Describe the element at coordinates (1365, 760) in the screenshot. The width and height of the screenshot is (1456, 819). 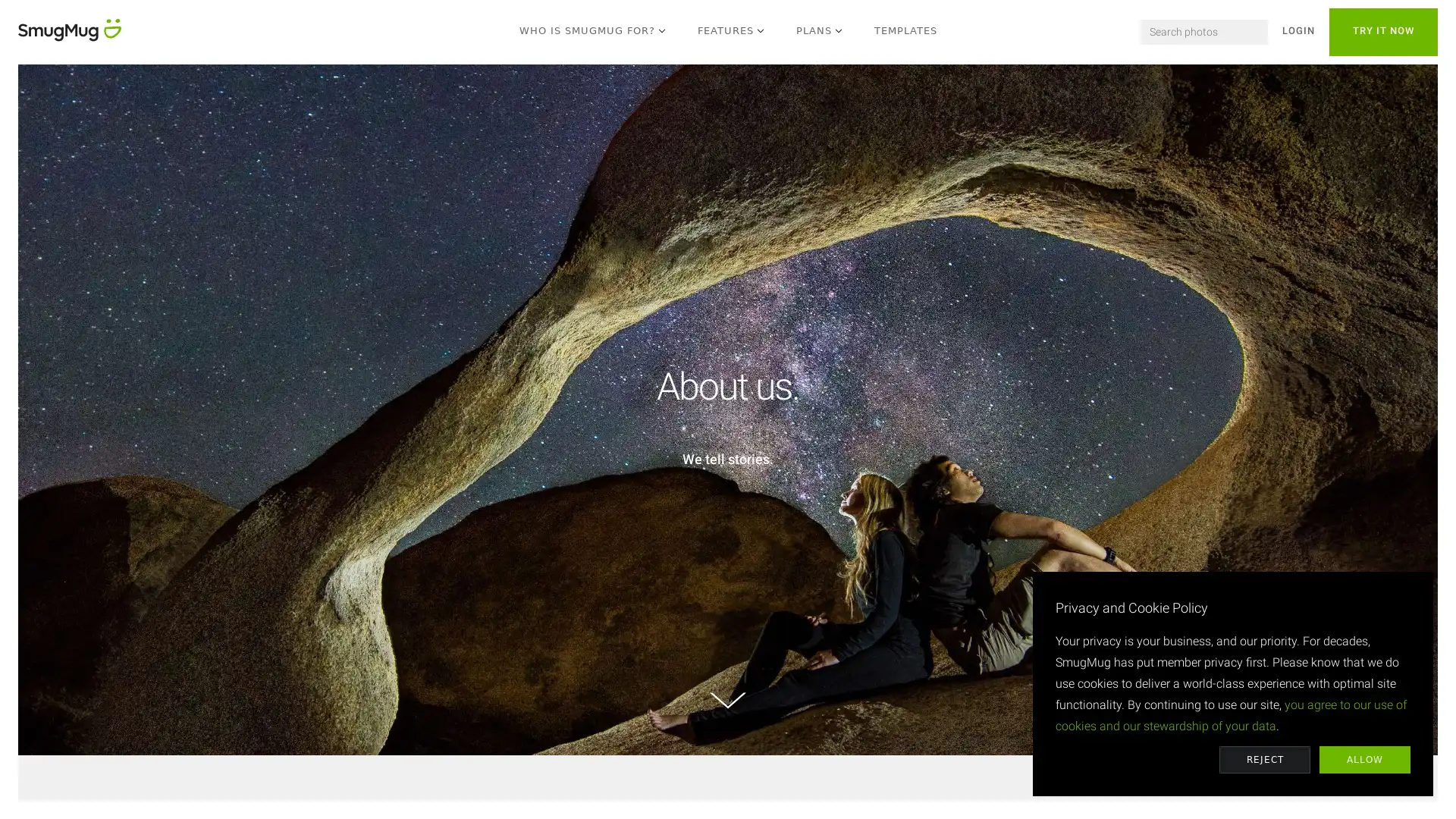
I see `ALLOW` at that location.